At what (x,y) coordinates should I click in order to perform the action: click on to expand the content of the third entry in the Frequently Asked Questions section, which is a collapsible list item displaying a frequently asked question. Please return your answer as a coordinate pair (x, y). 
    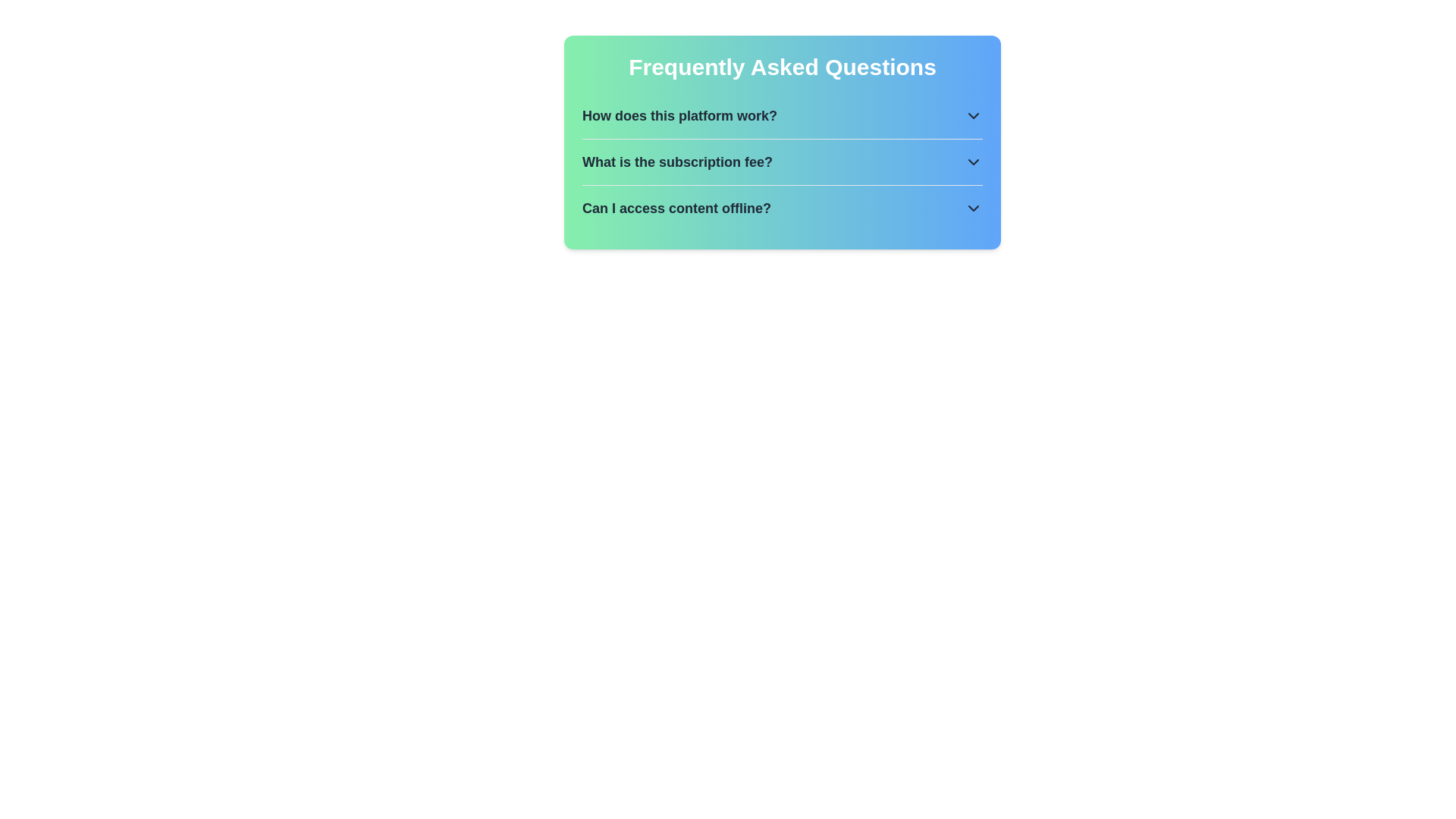
    Looking at the image, I should click on (783, 207).